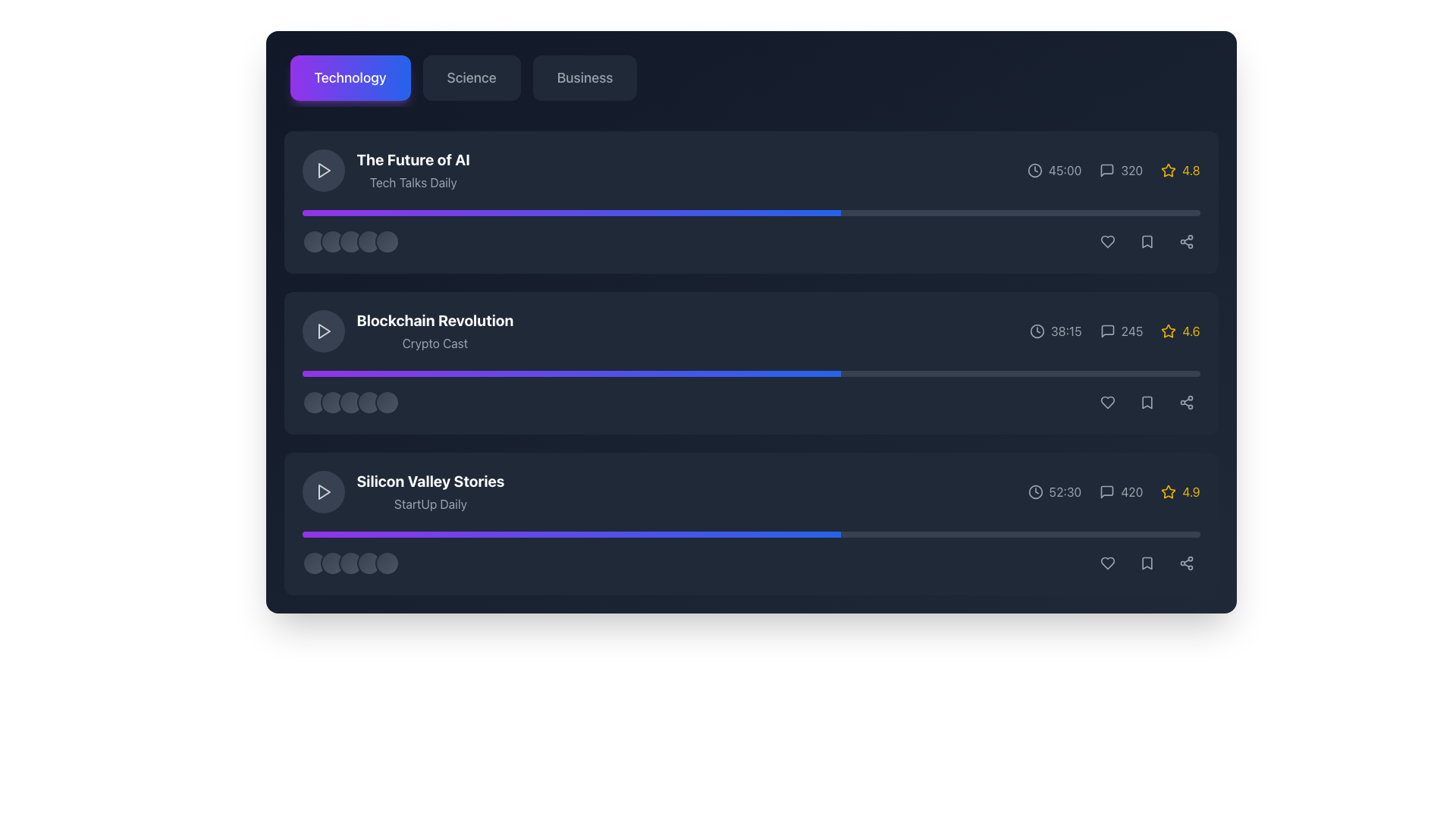 Image resolution: width=1456 pixels, height=819 pixels. Describe the element at coordinates (457, 374) in the screenshot. I see `progress` at that location.